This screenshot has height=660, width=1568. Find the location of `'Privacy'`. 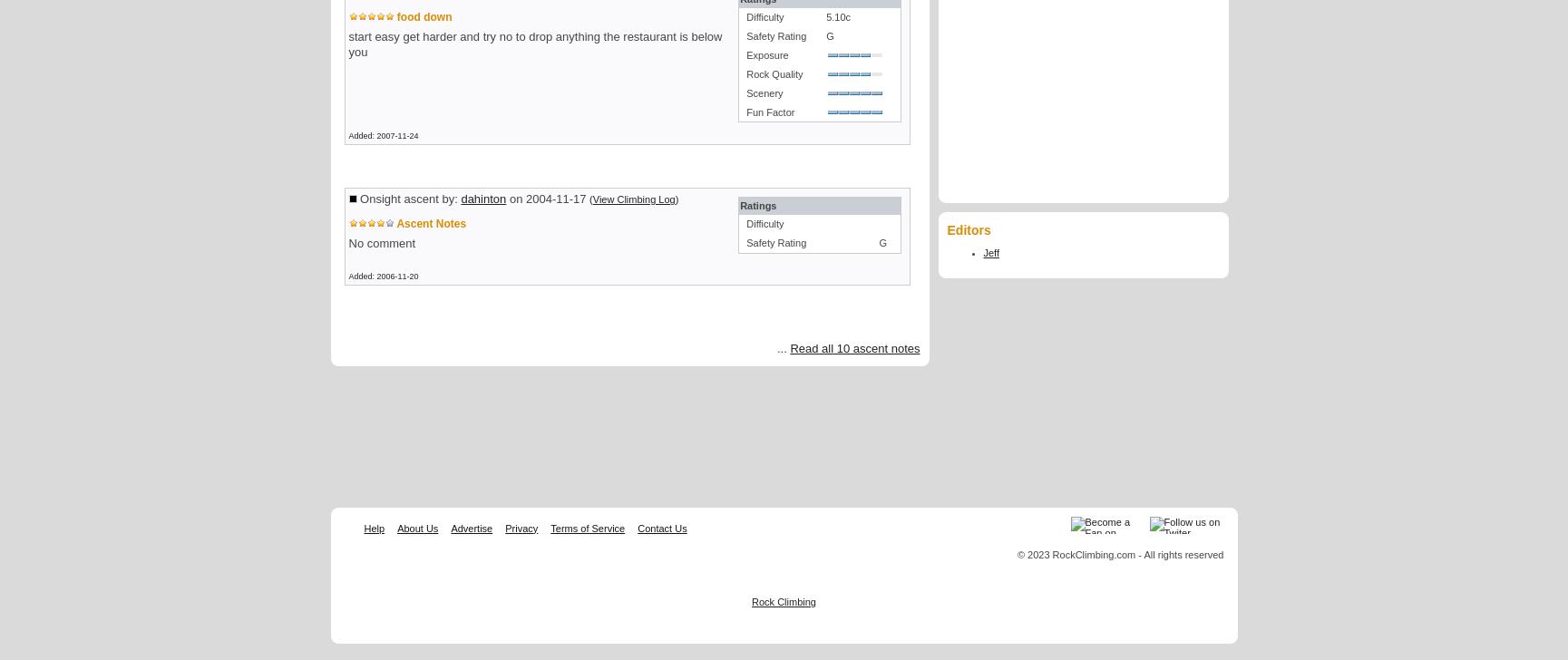

'Privacy' is located at coordinates (521, 528).